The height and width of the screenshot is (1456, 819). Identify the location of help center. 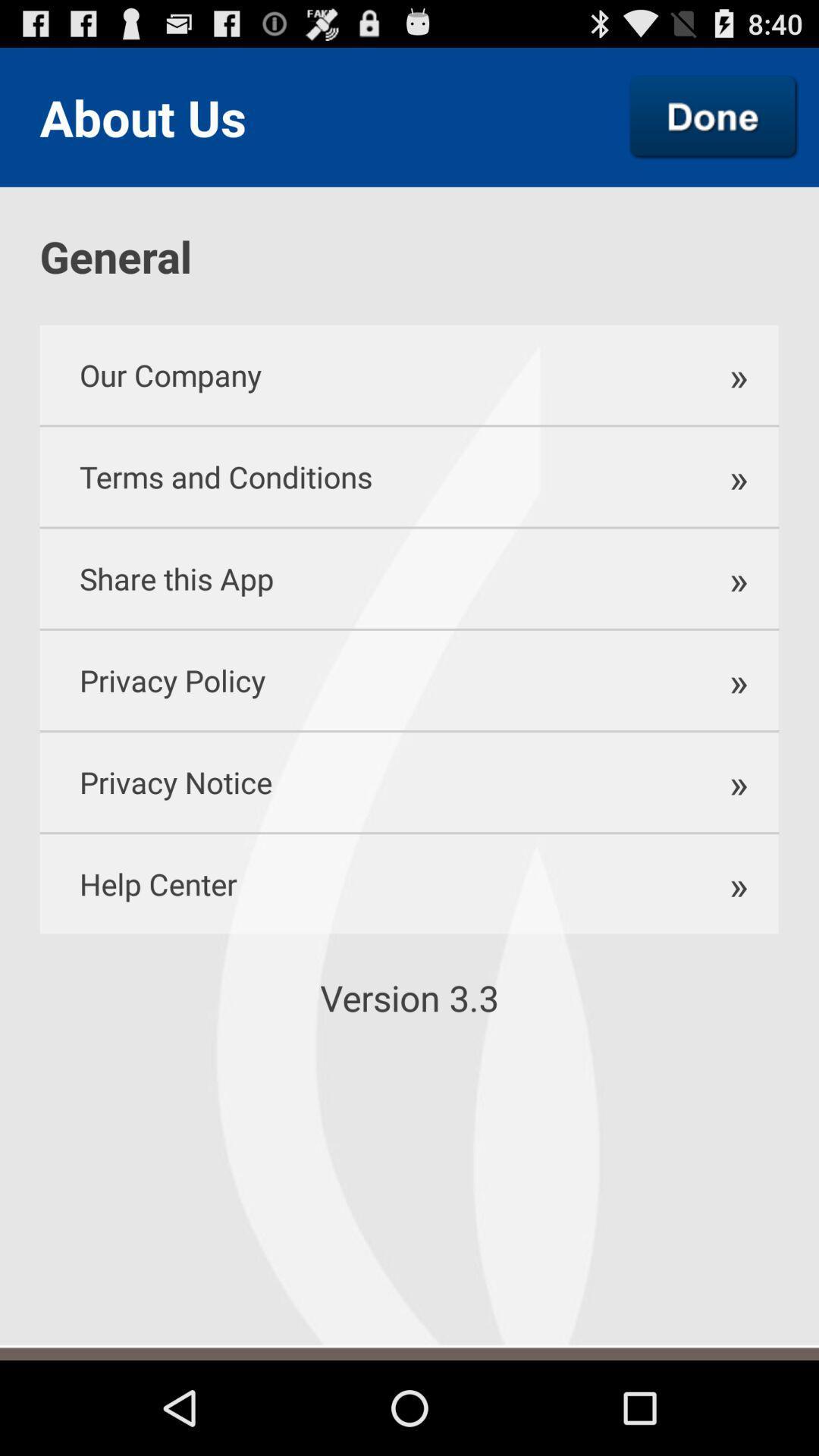
(360, 883).